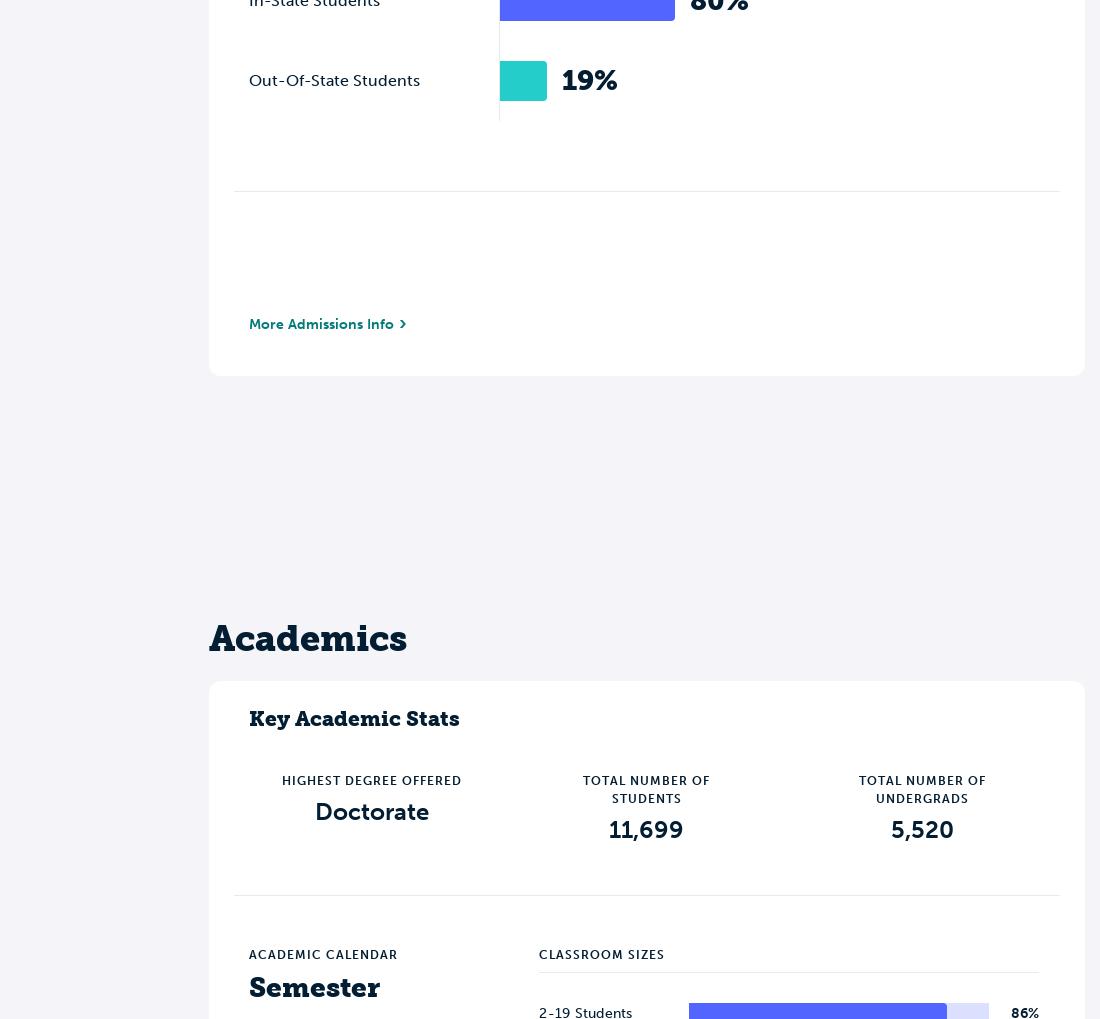 This screenshot has height=1019, width=1100. Describe the element at coordinates (646, 789) in the screenshot. I see `'Total Number of Students'` at that location.